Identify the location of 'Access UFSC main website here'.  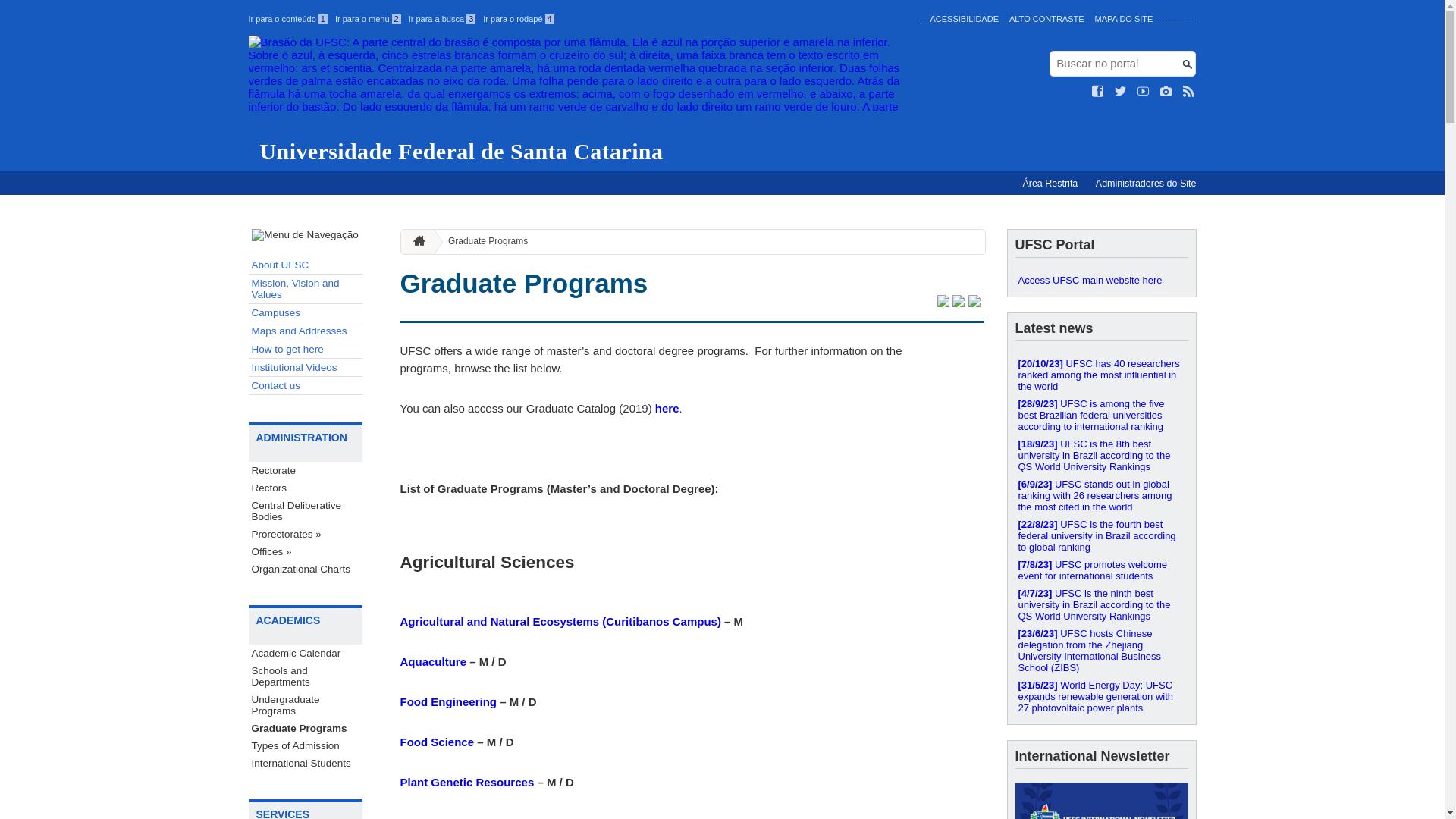
(1101, 280).